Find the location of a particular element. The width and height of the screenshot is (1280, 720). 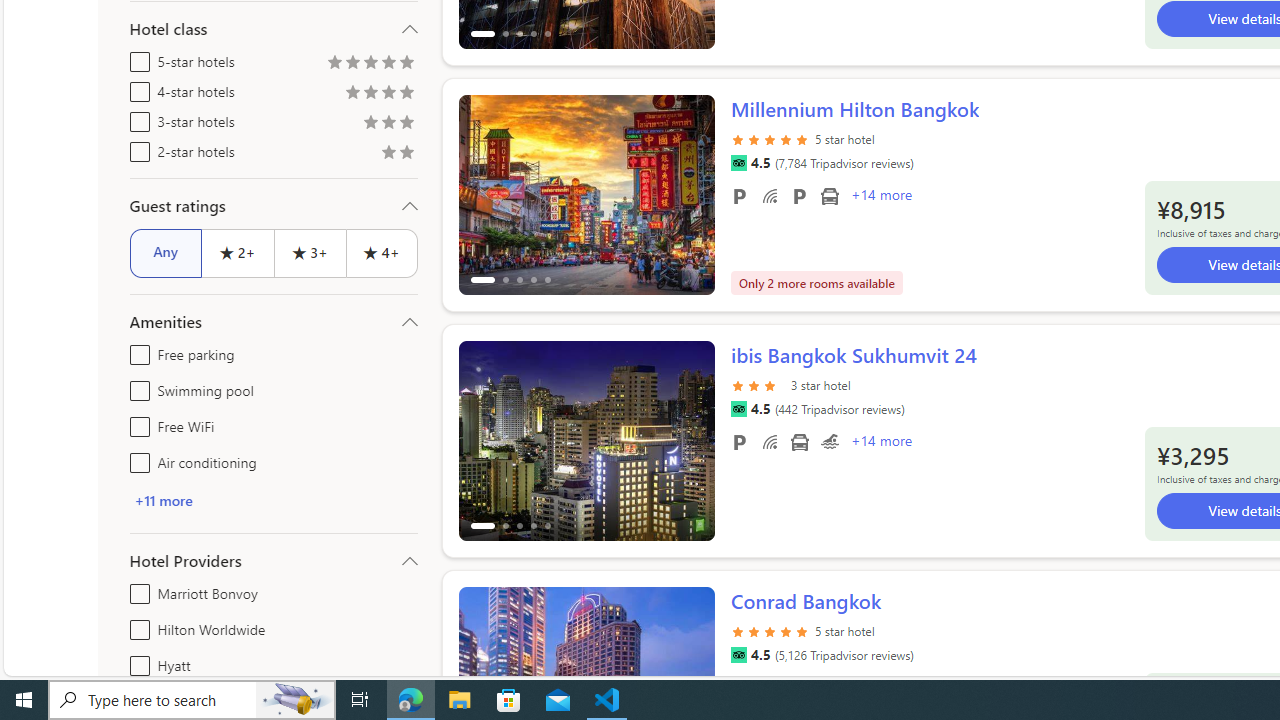

'Any' is located at coordinates (165, 252).